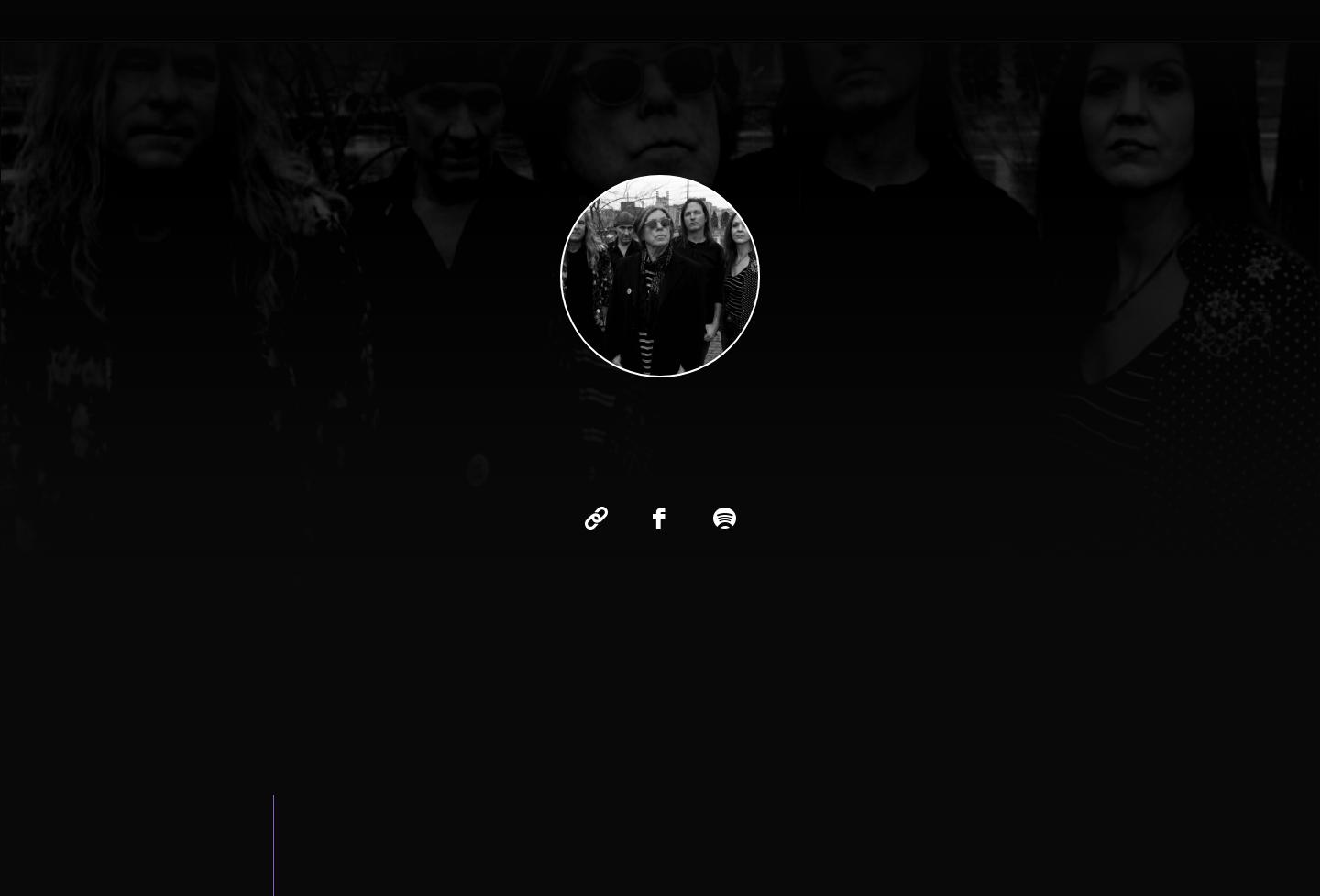 This screenshot has width=1320, height=896. I want to click on '14', so click(581, 850).